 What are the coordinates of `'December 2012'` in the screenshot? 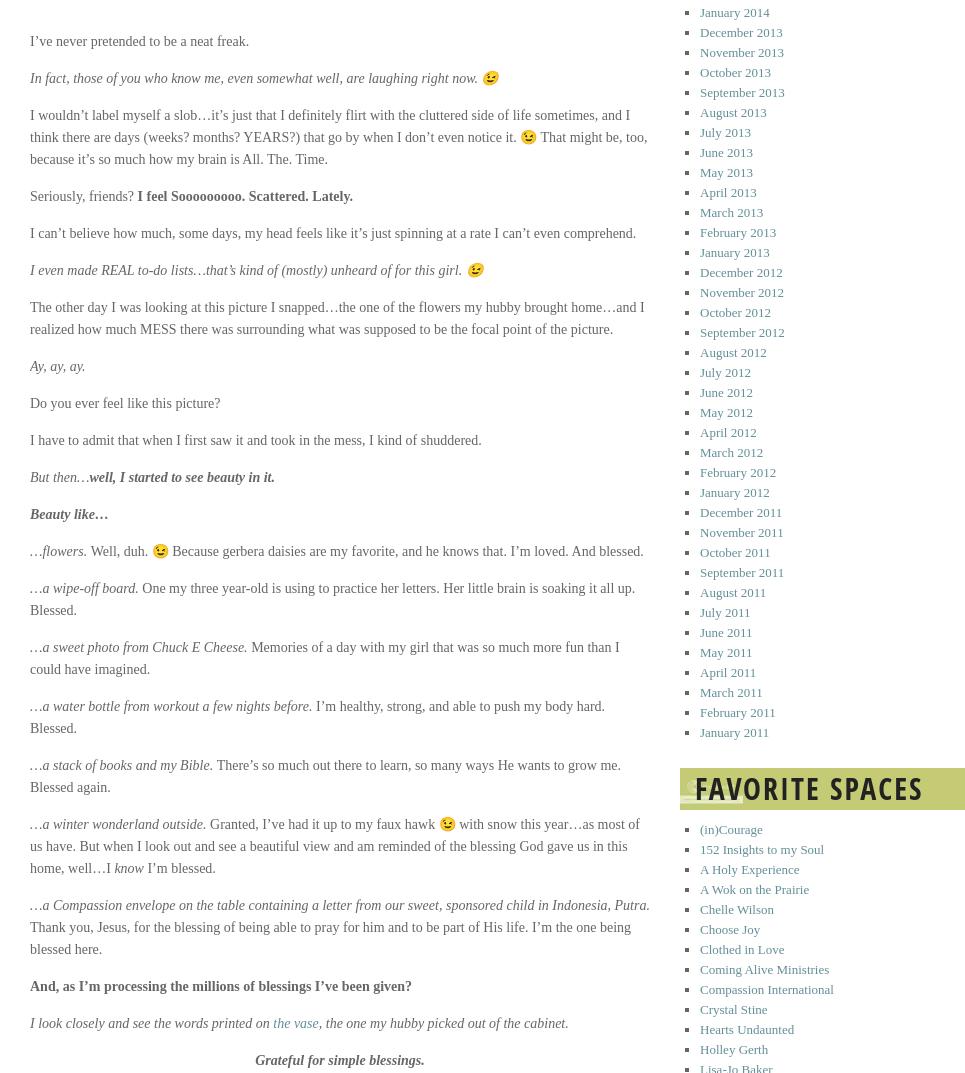 It's located at (741, 271).